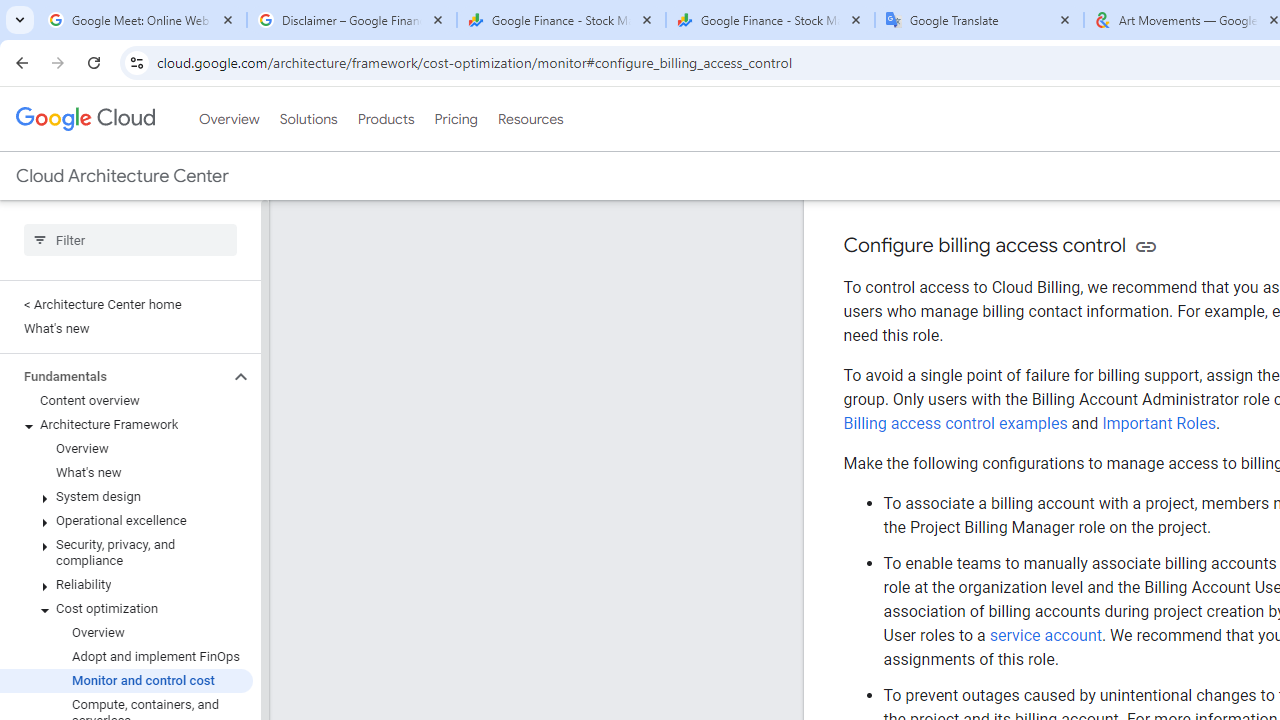 The height and width of the screenshot is (720, 1280). Describe the element at coordinates (307, 119) in the screenshot. I see `'Solutions'` at that location.